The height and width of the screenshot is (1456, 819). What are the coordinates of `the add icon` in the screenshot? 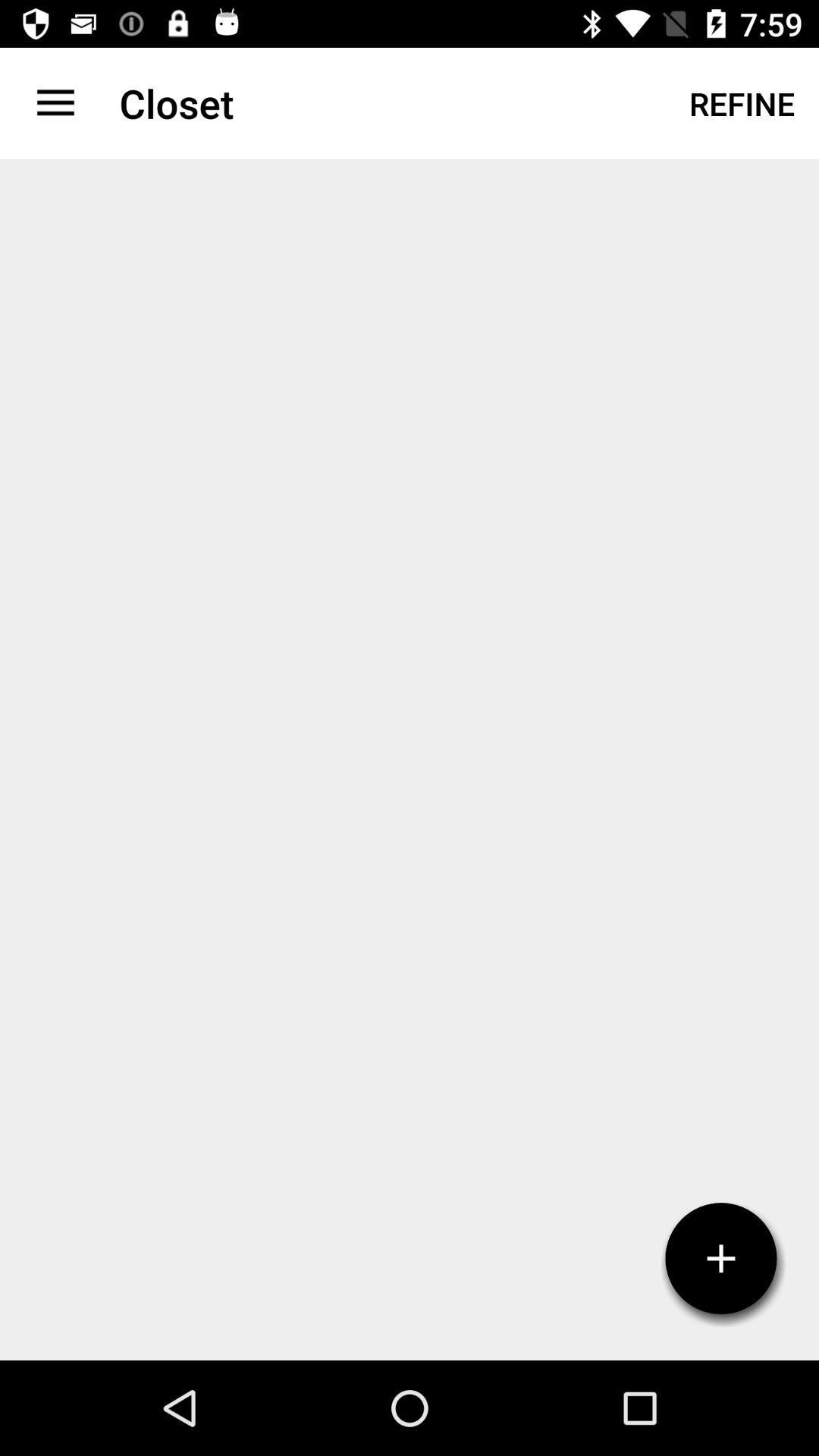 It's located at (720, 1258).